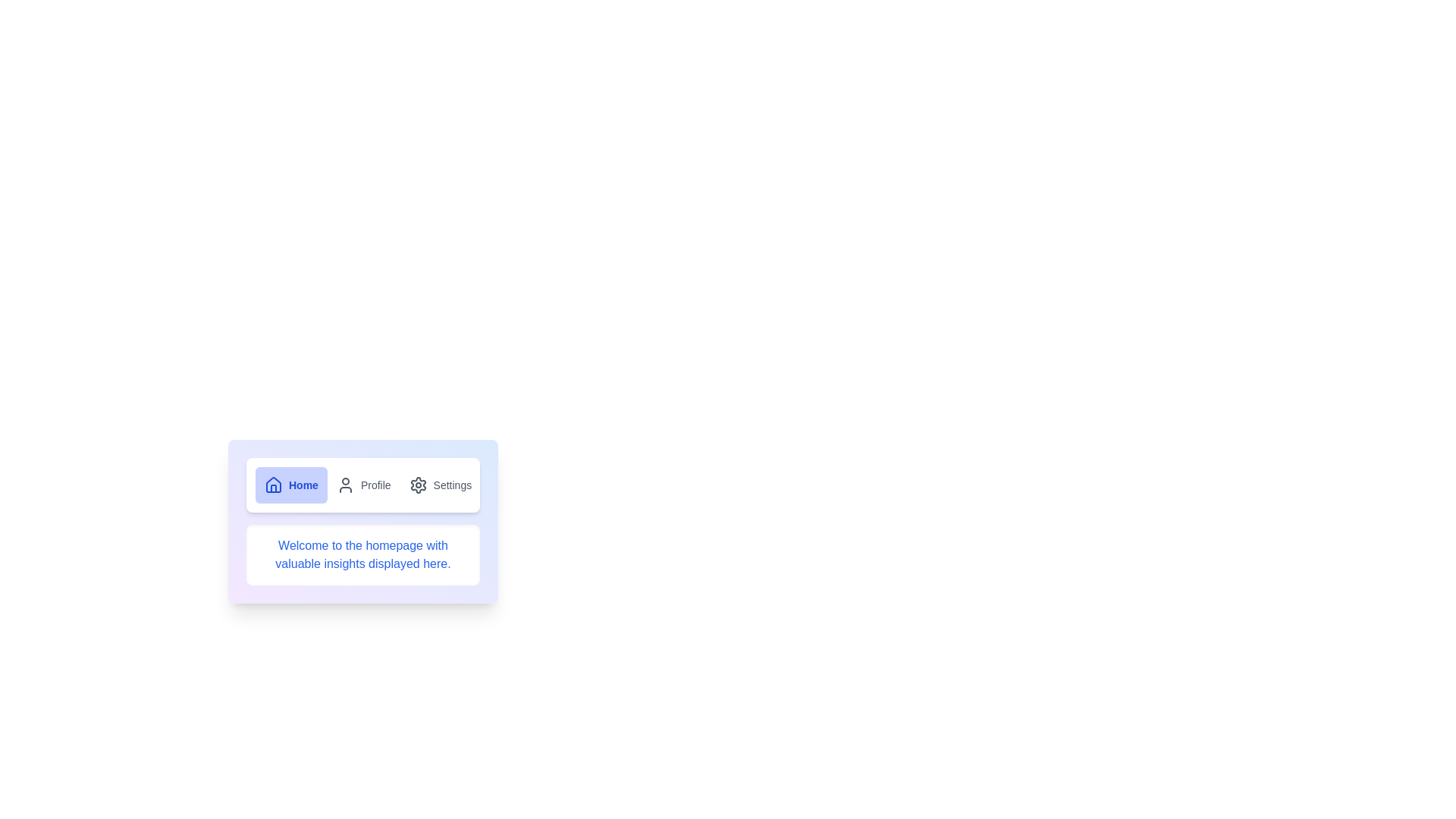 The width and height of the screenshot is (1456, 819). I want to click on the Settings tab by clicking its button, so click(439, 485).